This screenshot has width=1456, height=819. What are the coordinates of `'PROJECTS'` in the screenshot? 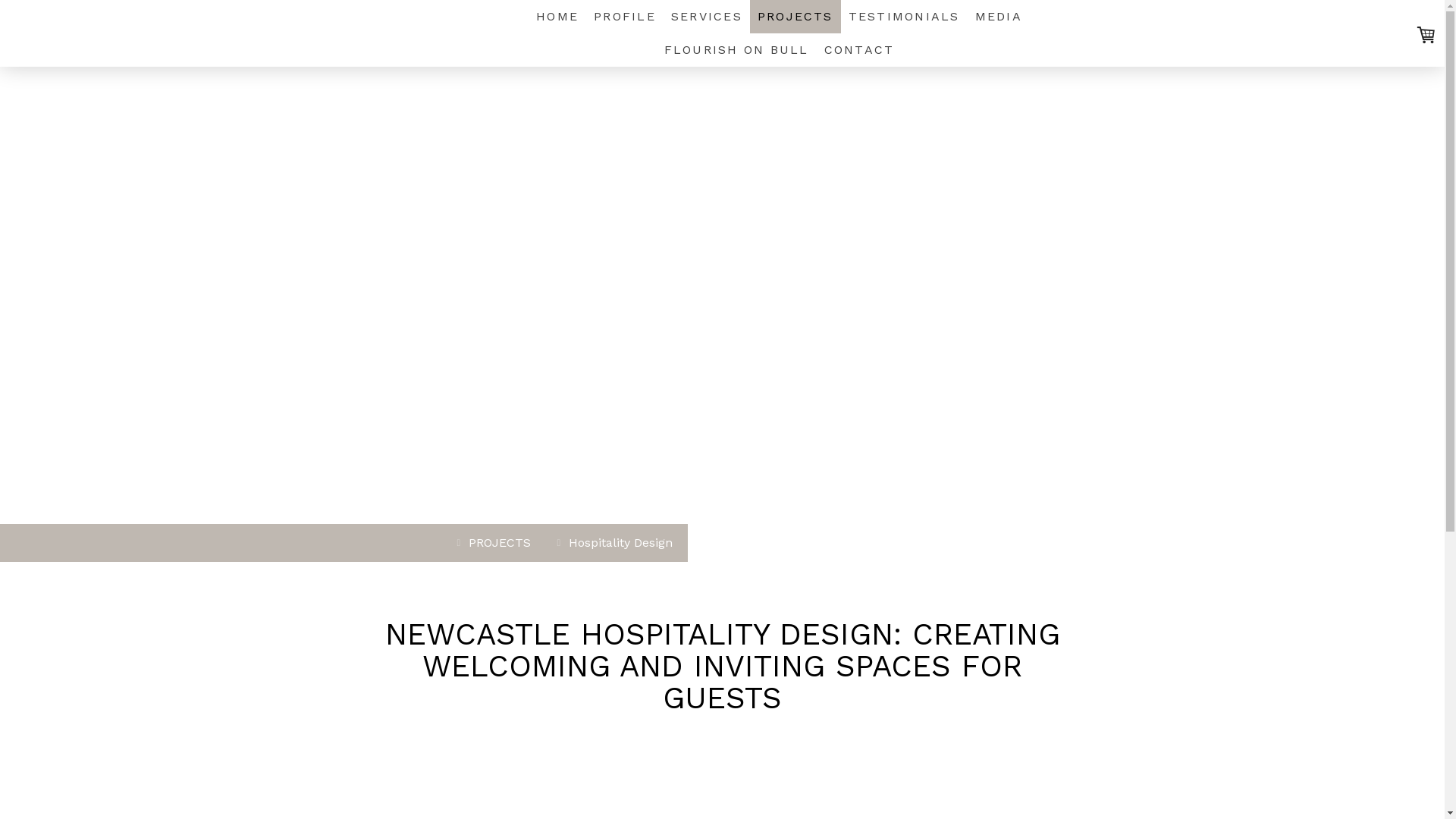 It's located at (495, 542).